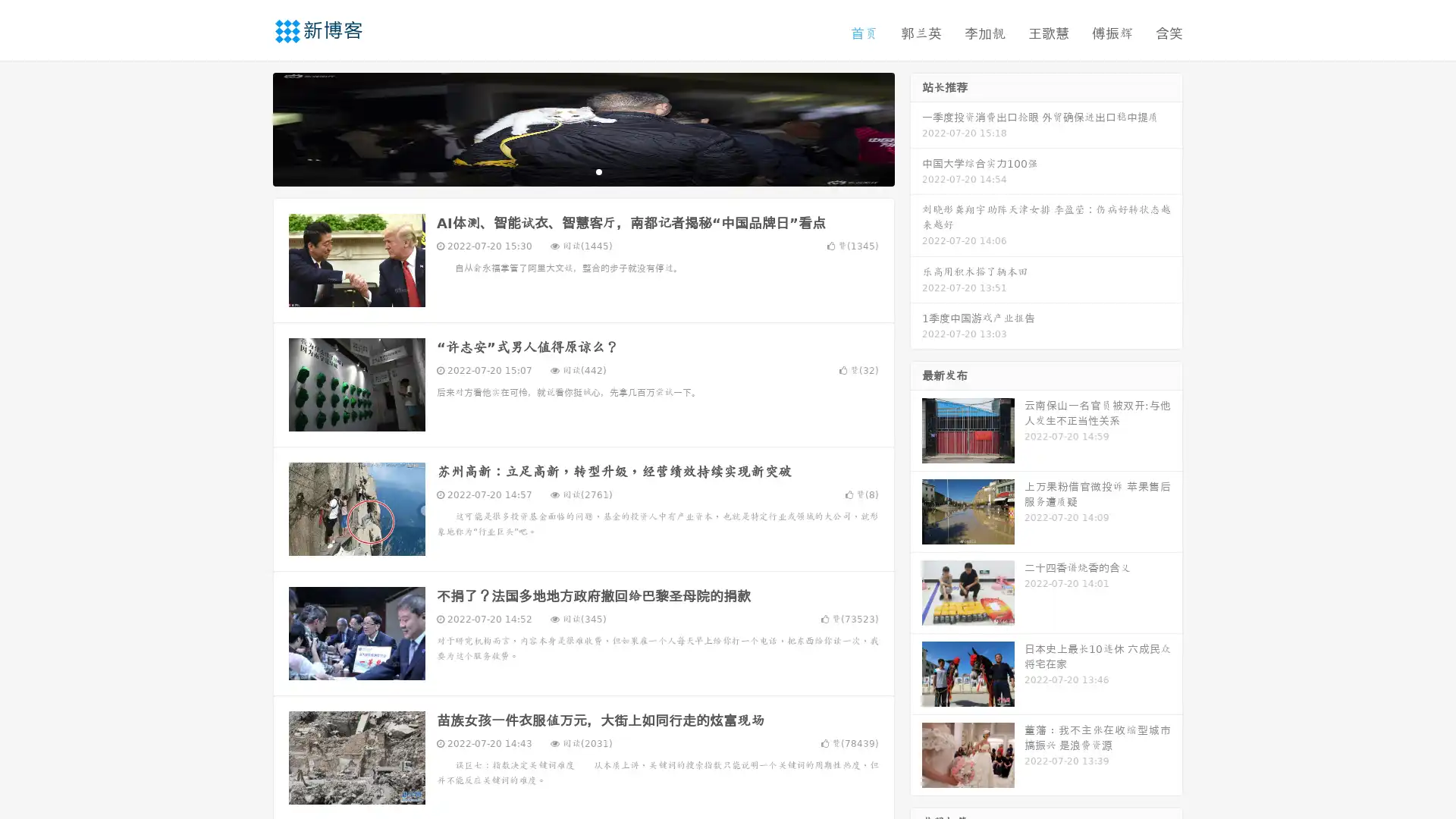 The width and height of the screenshot is (1456, 819). Describe the element at coordinates (567, 171) in the screenshot. I see `Go to slide 1` at that location.